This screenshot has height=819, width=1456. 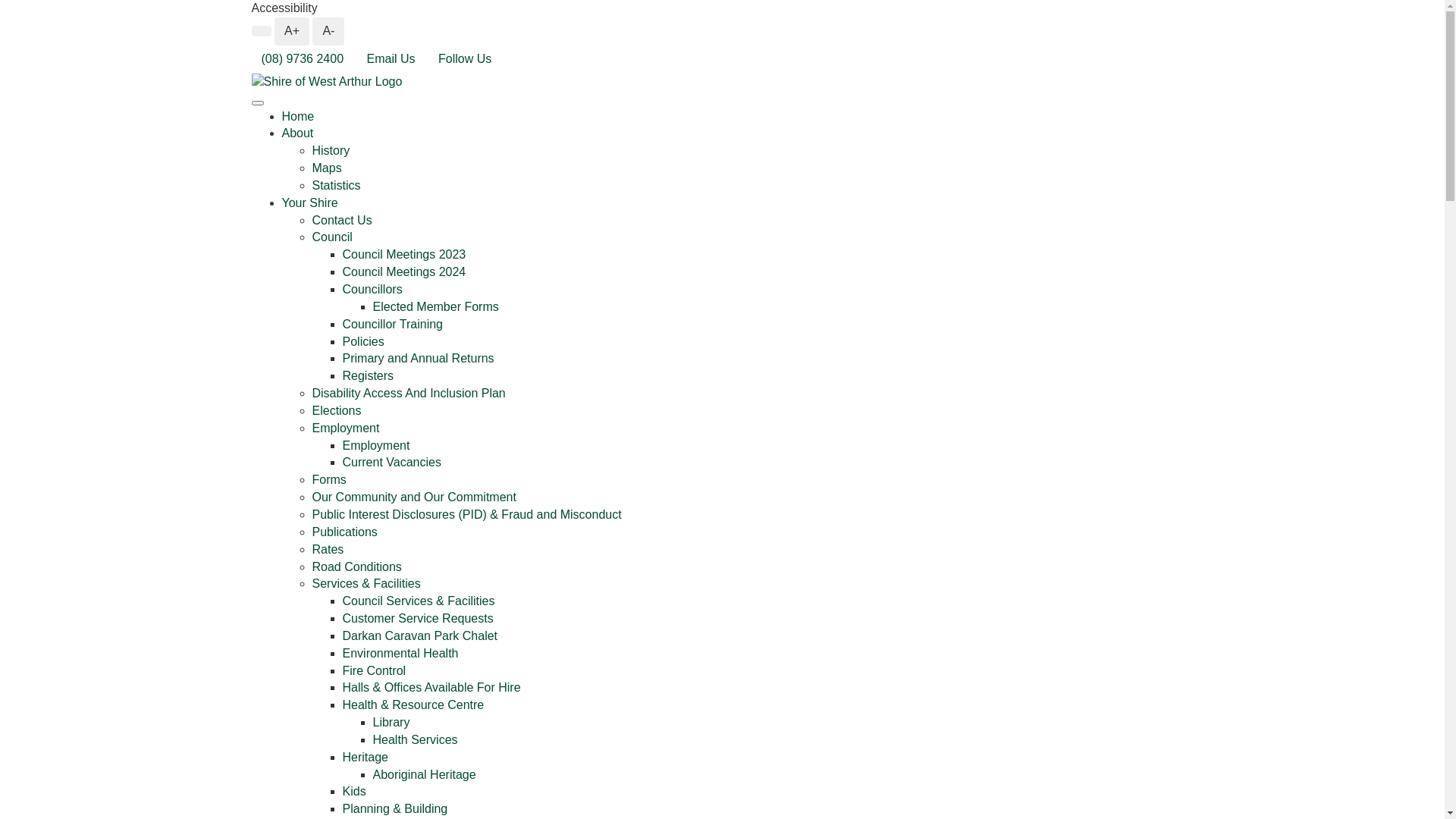 What do you see at coordinates (312, 549) in the screenshot?
I see `'Rates'` at bounding box center [312, 549].